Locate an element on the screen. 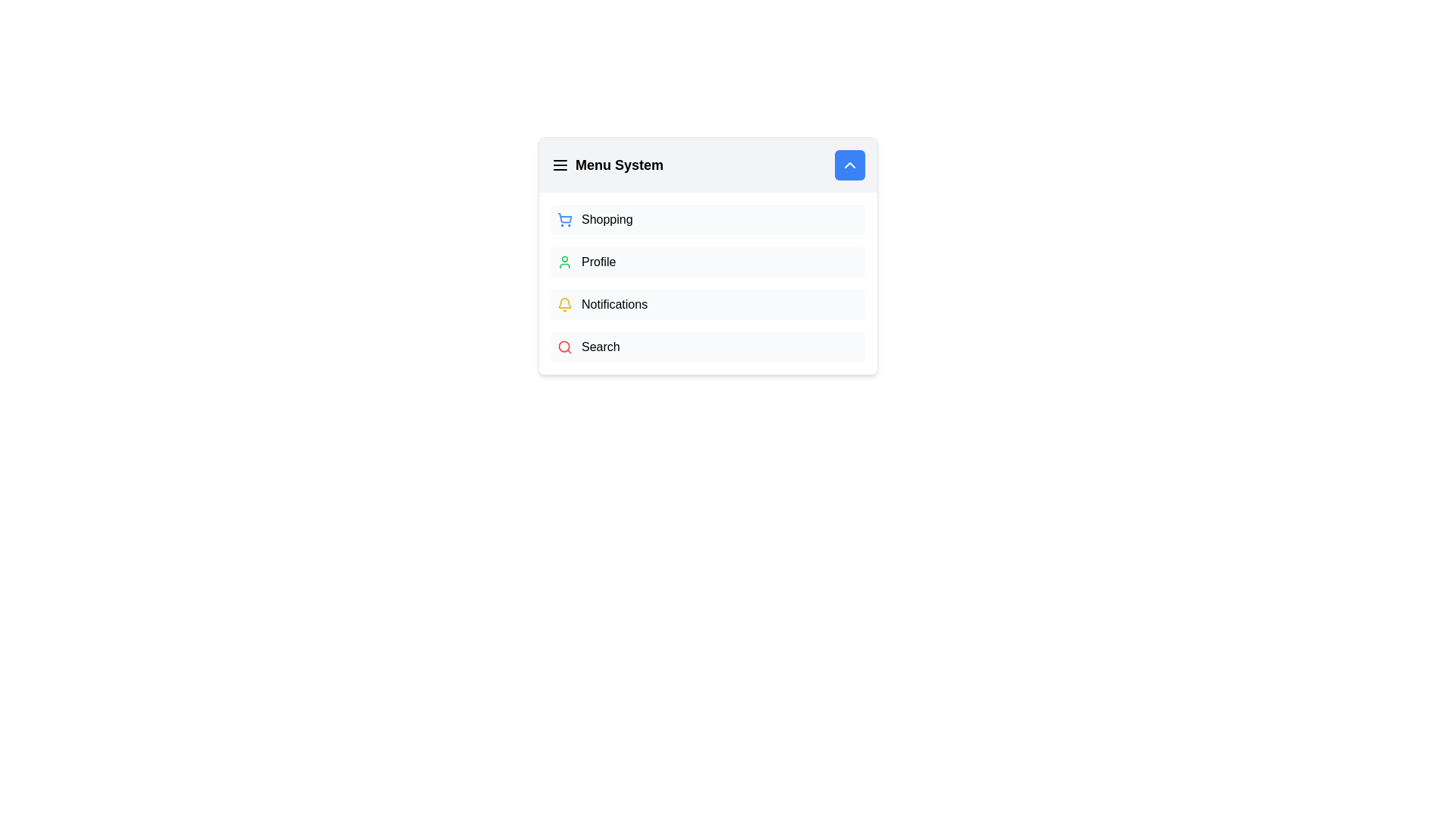  the 'Search' text label, which is styled in bold and located to the right of a red magnifying glass icon in a horizontal menu row is located at coordinates (600, 347).